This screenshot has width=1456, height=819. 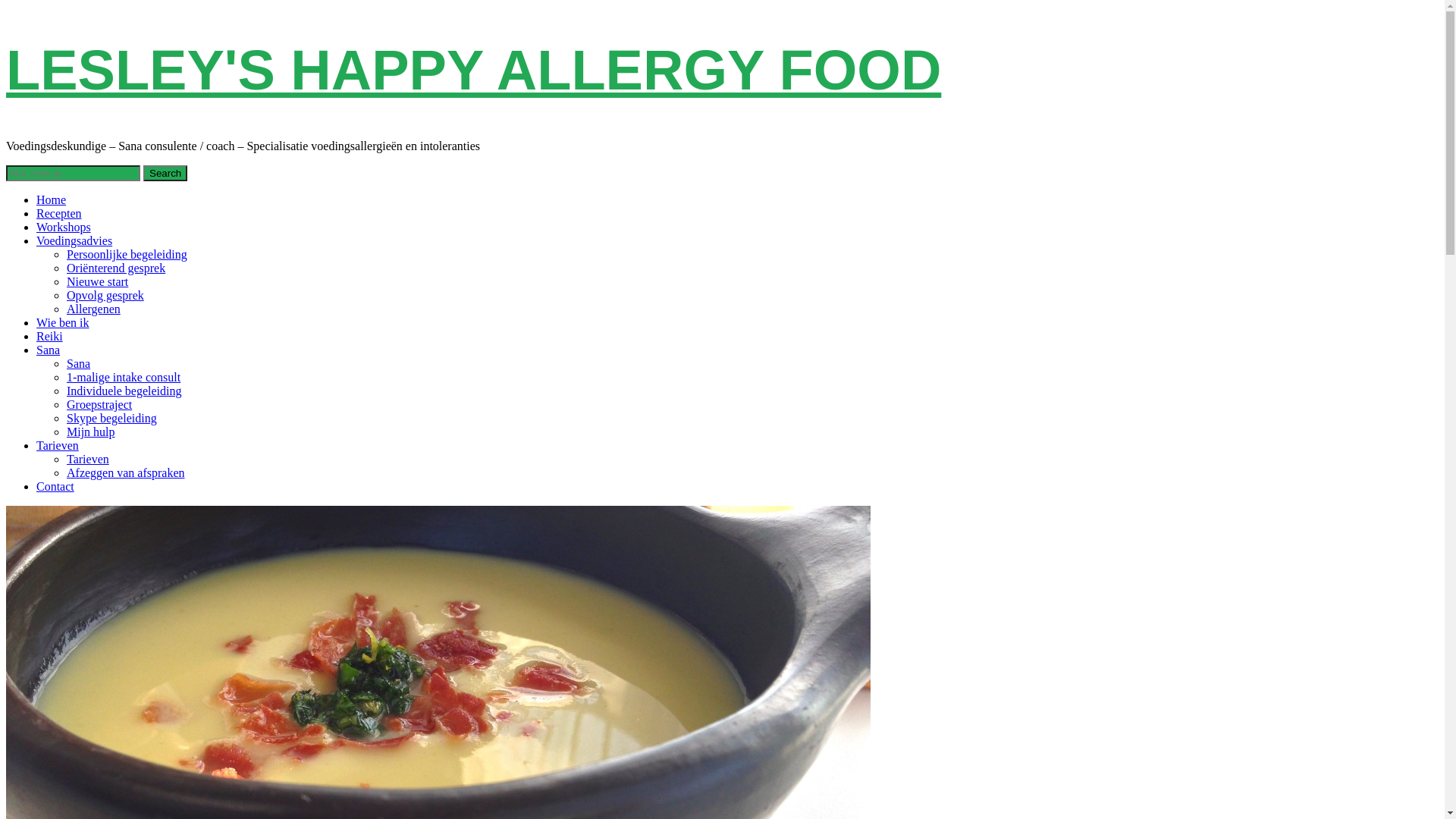 I want to click on 'Nieuwe start', so click(x=96, y=281).